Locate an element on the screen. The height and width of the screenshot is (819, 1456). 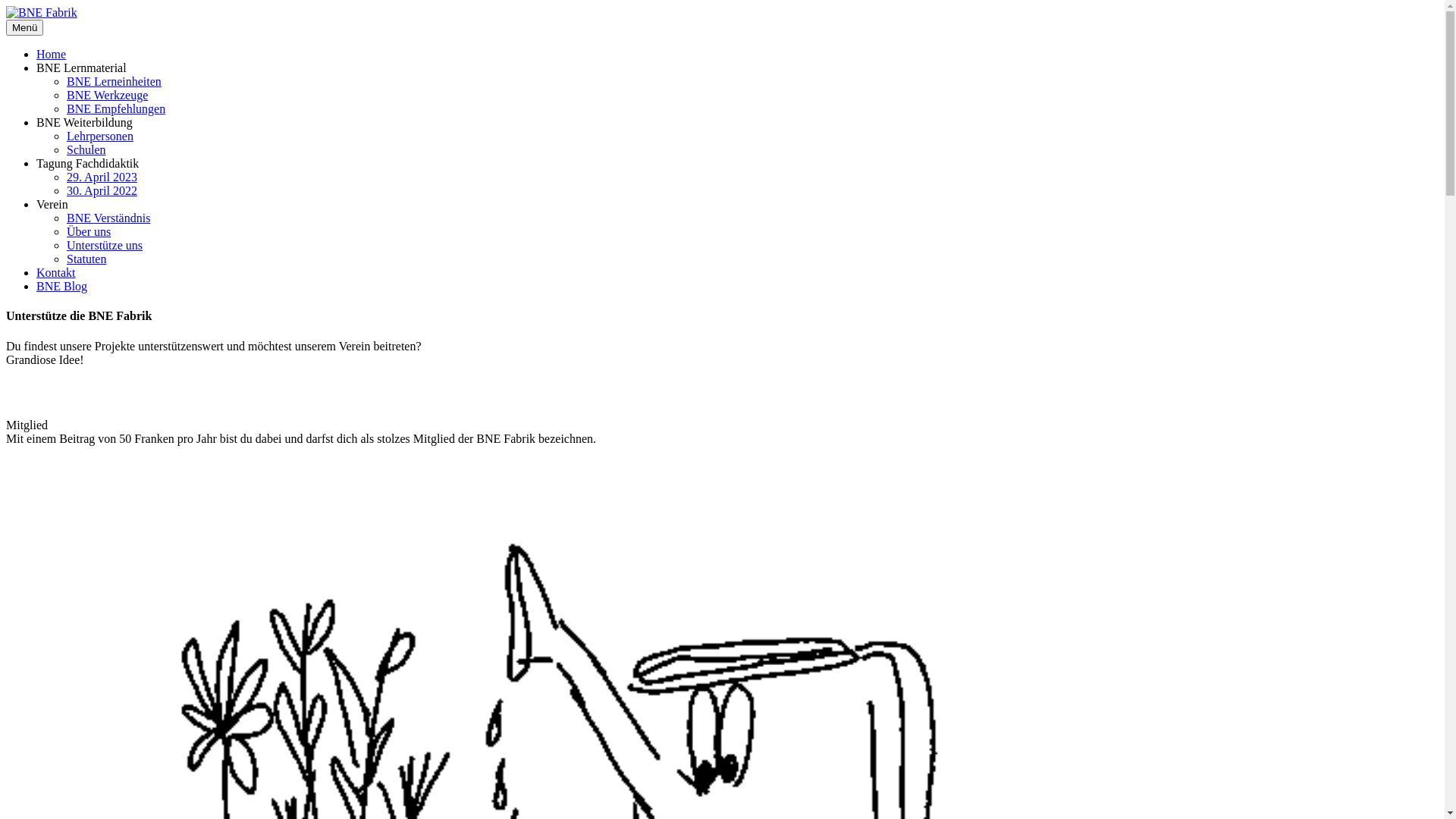
'Kontakt' is located at coordinates (55, 271).